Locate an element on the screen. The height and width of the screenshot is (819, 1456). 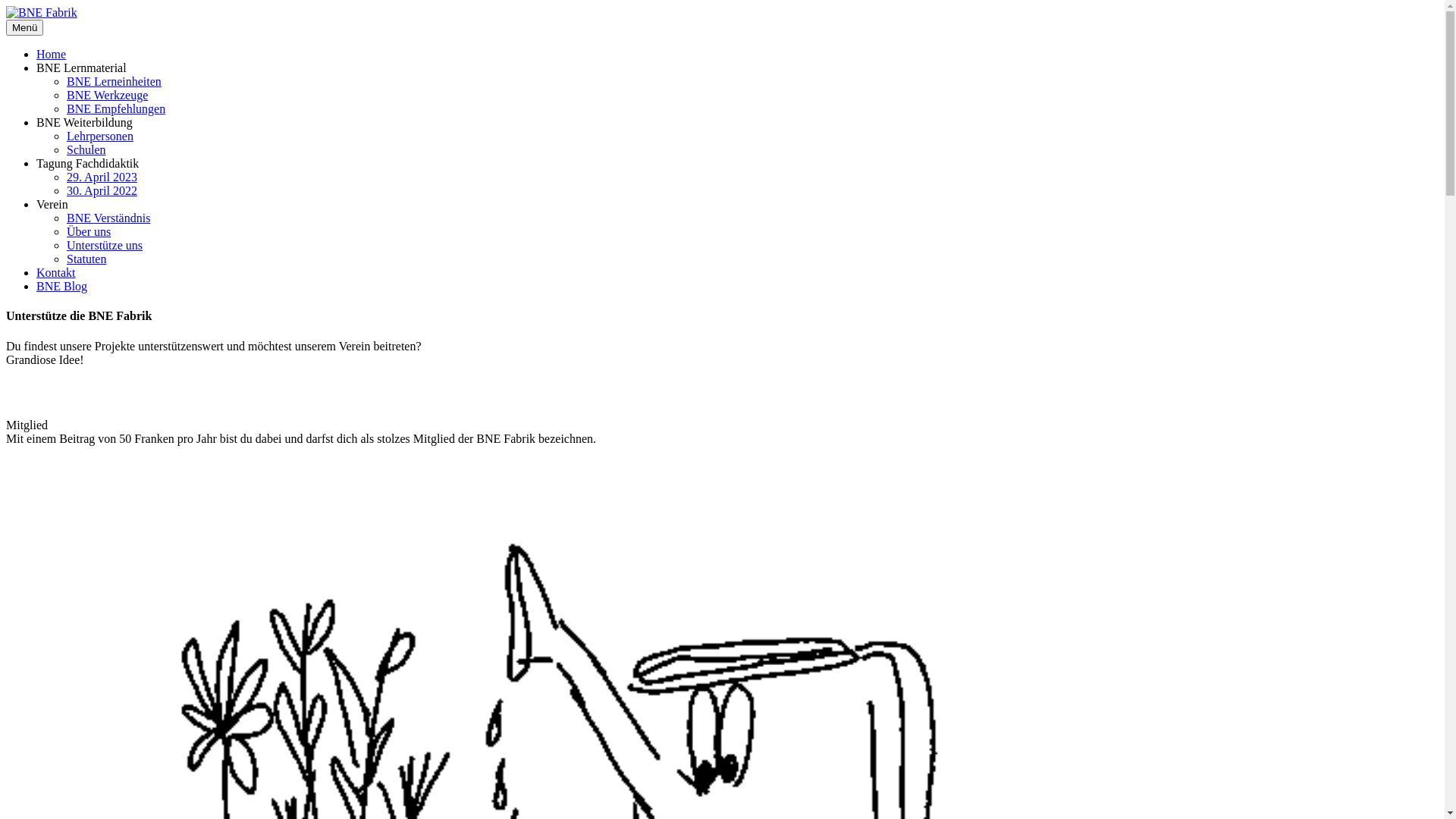
'Kontakt' is located at coordinates (55, 271).